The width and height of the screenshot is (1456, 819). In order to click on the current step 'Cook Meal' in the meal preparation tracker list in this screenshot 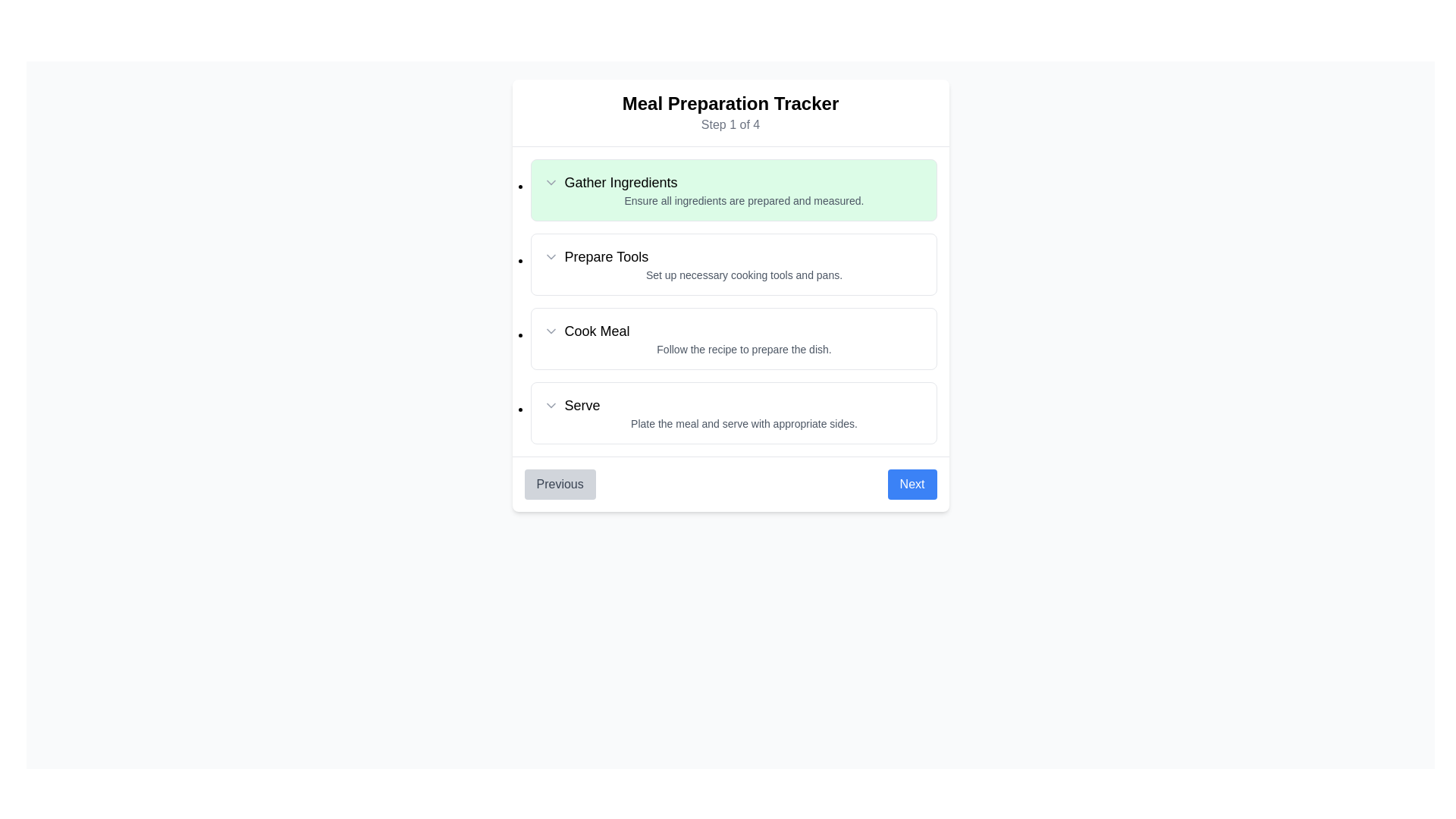, I will do `click(730, 301)`.